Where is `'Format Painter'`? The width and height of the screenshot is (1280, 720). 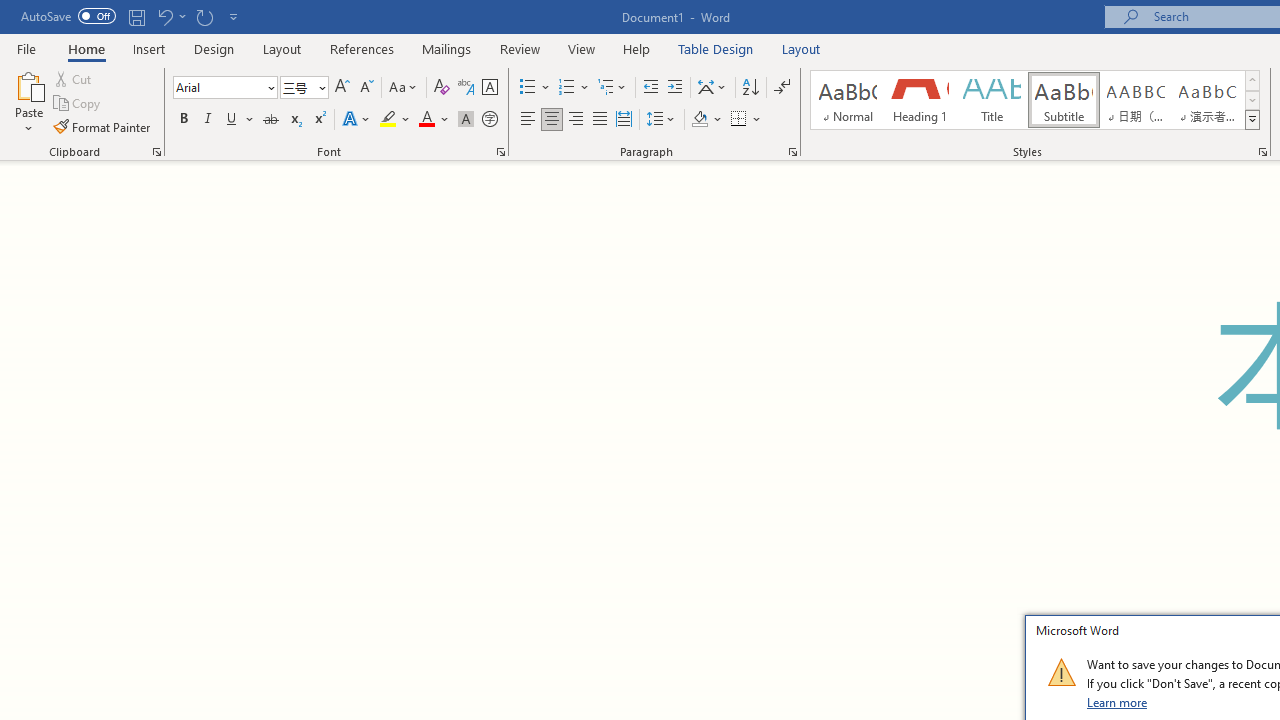 'Format Painter' is located at coordinates (102, 127).